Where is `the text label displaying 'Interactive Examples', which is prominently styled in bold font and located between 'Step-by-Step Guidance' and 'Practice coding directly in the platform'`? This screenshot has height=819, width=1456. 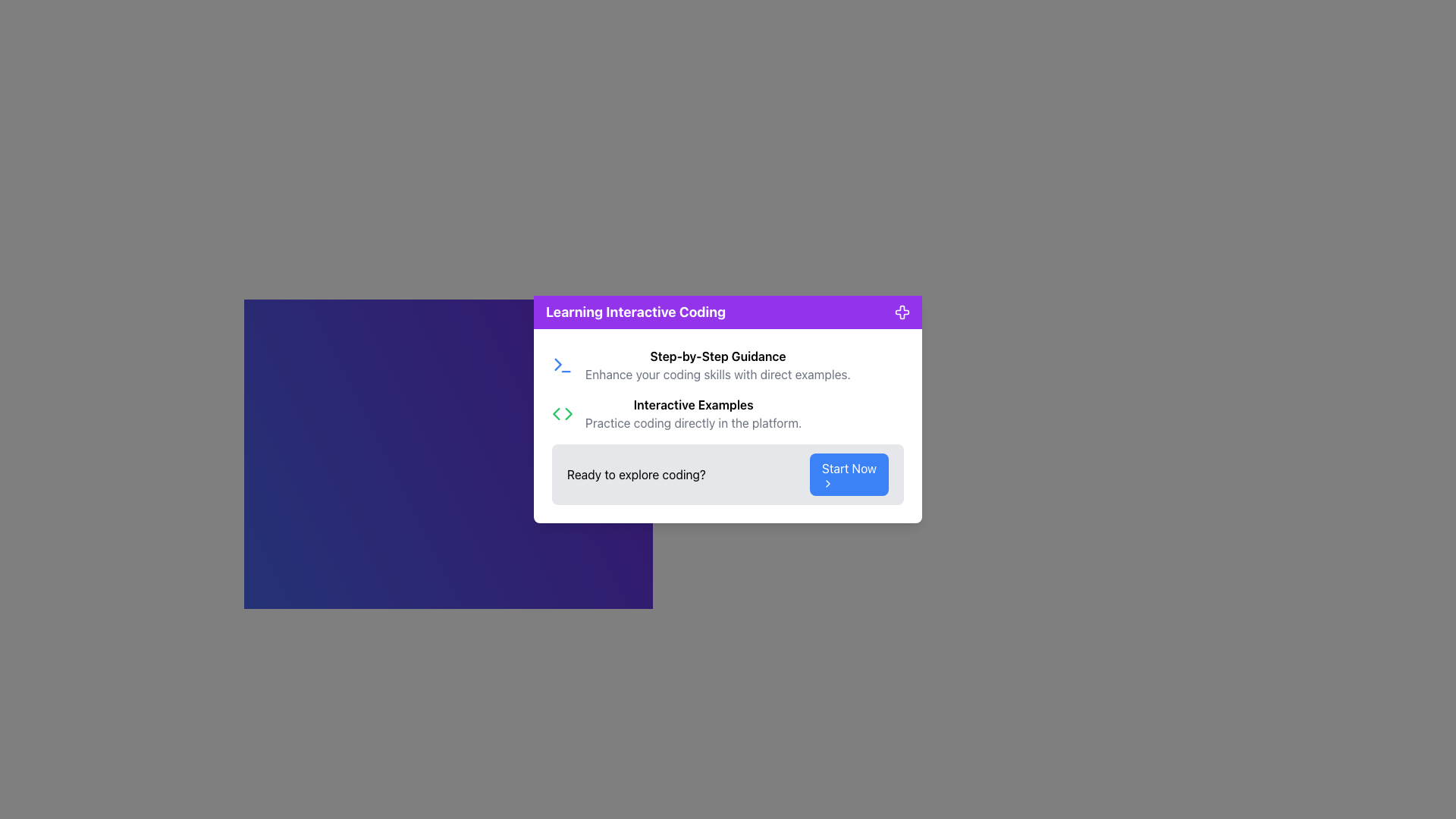
the text label displaying 'Interactive Examples', which is prominently styled in bold font and located between 'Step-by-Step Guidance' and 'Practice coding directly in the platform' is located at coordinates (692, 403).